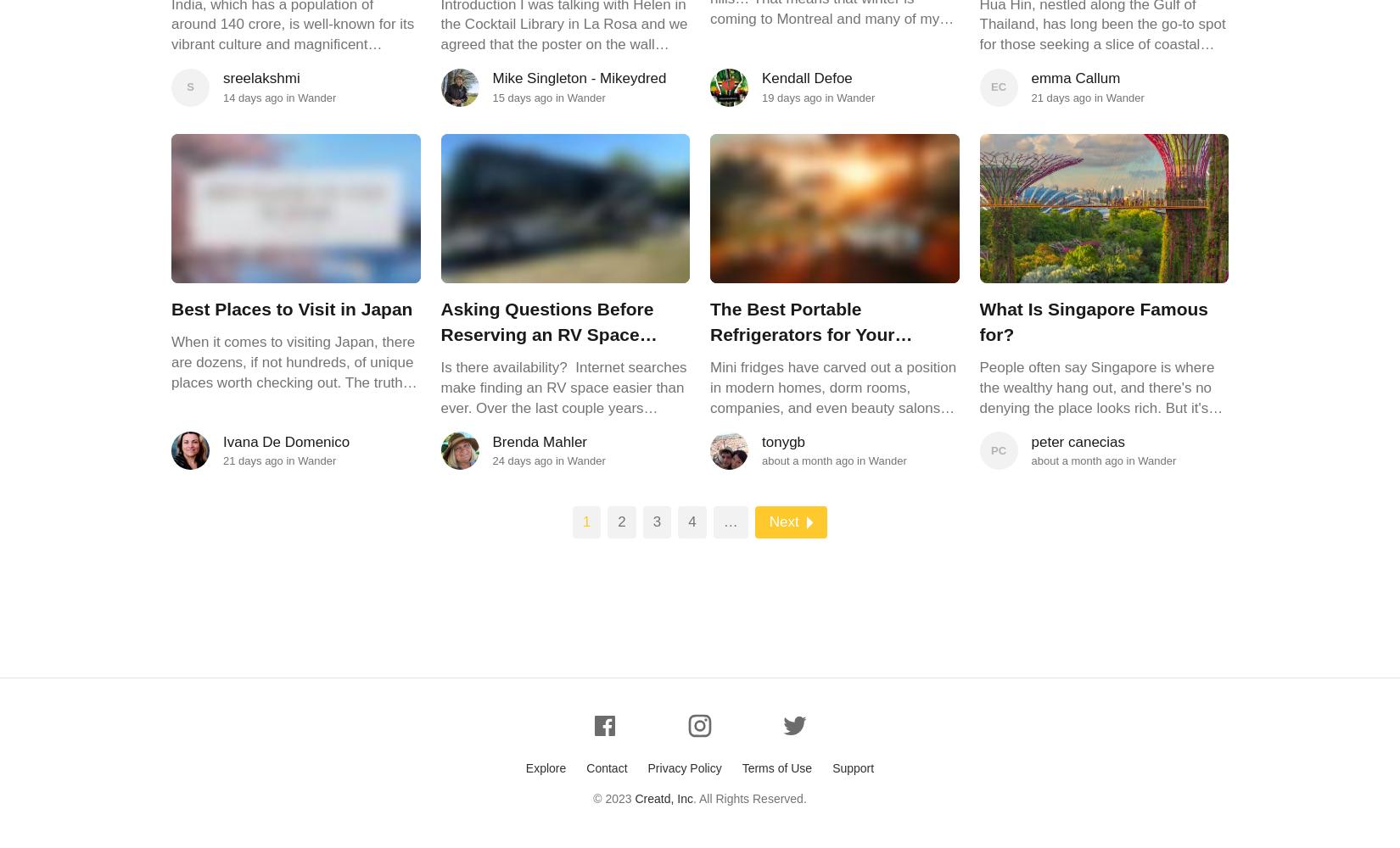  Describe the element at coordinates (546, 334) in the screenshot. I see `'Asking Questions Before Reserving an RV Space Saves Headaches'` at that location.